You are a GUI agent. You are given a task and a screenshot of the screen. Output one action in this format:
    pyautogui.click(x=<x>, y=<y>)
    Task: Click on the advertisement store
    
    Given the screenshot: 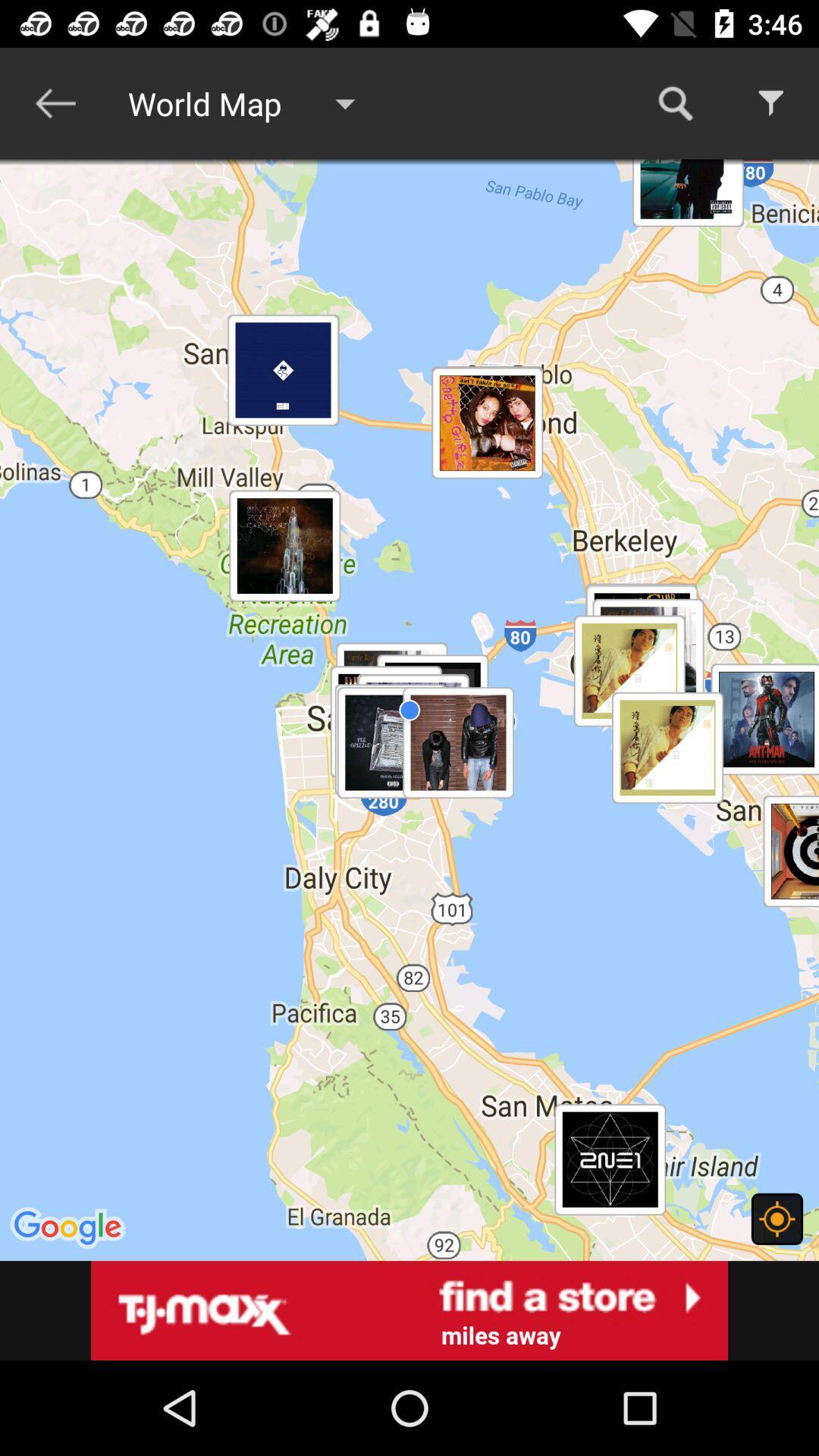 What is the action you would take?
    pyautogui.click(x=409, y=1310)
    